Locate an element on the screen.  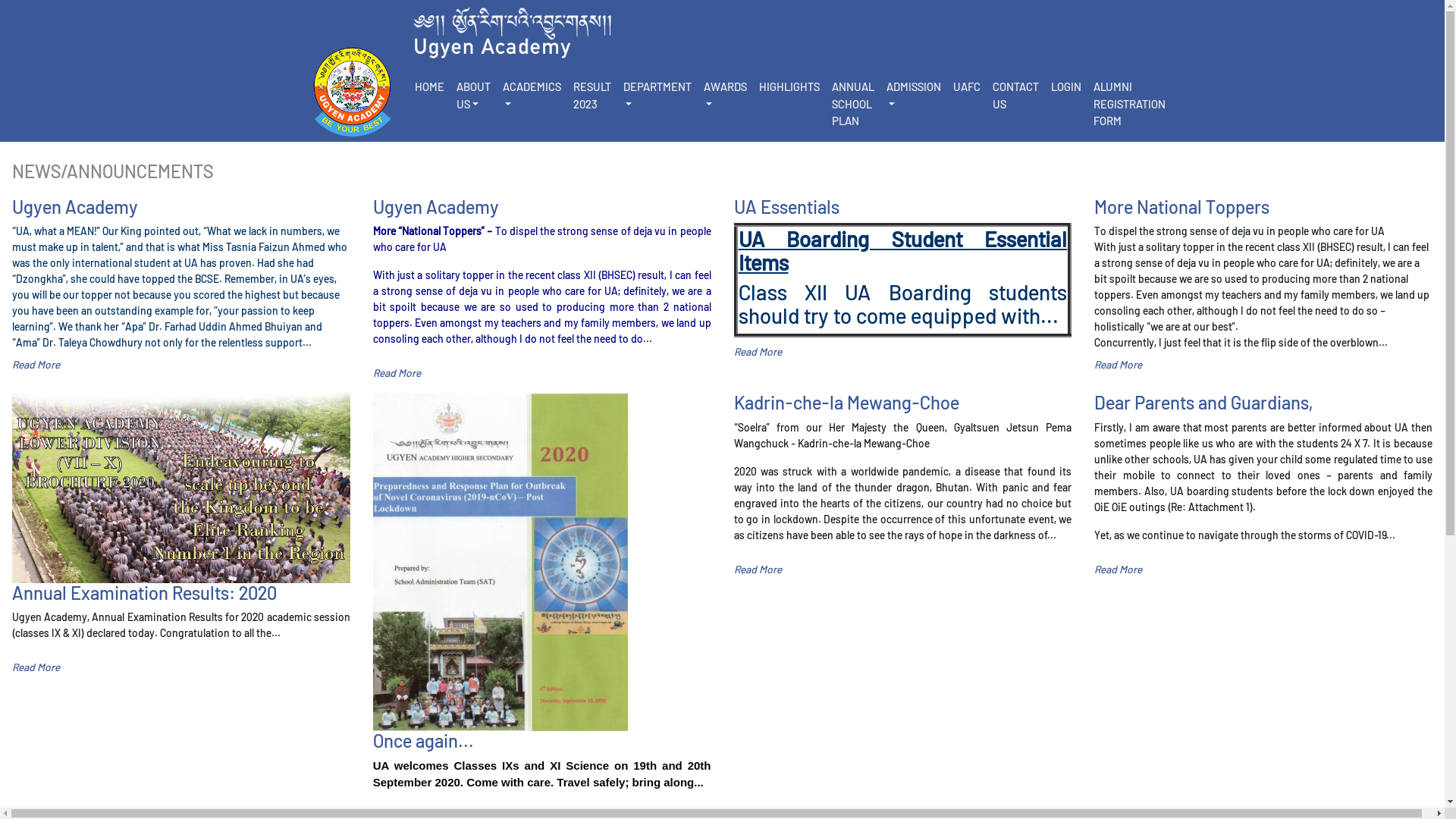
'ABOUT US' is located at coordinates (472, 95).